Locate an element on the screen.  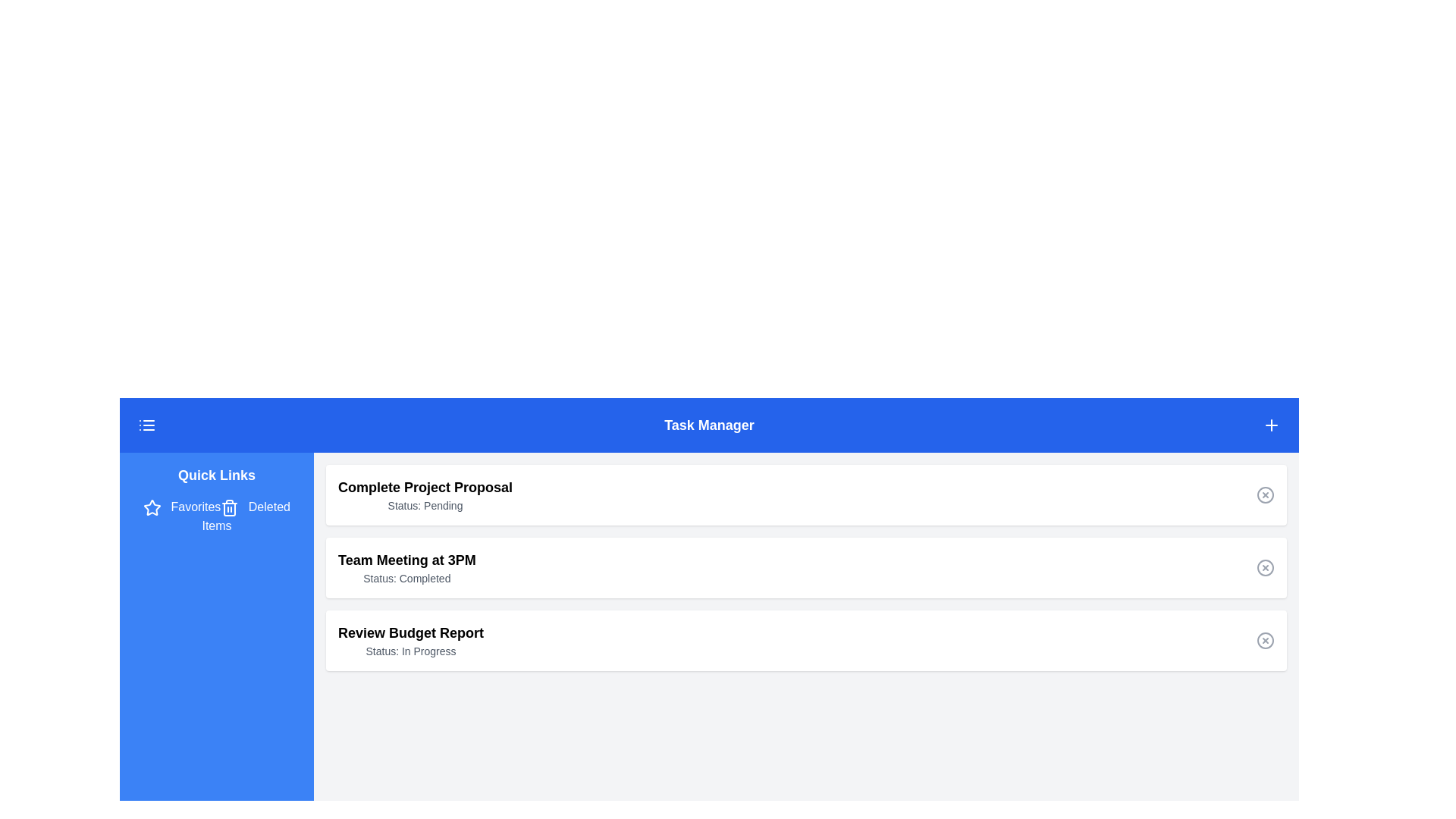
the 'Task Manager' header text label located in the blue header section at the top of the main content area is located at coordinates (708, 425).